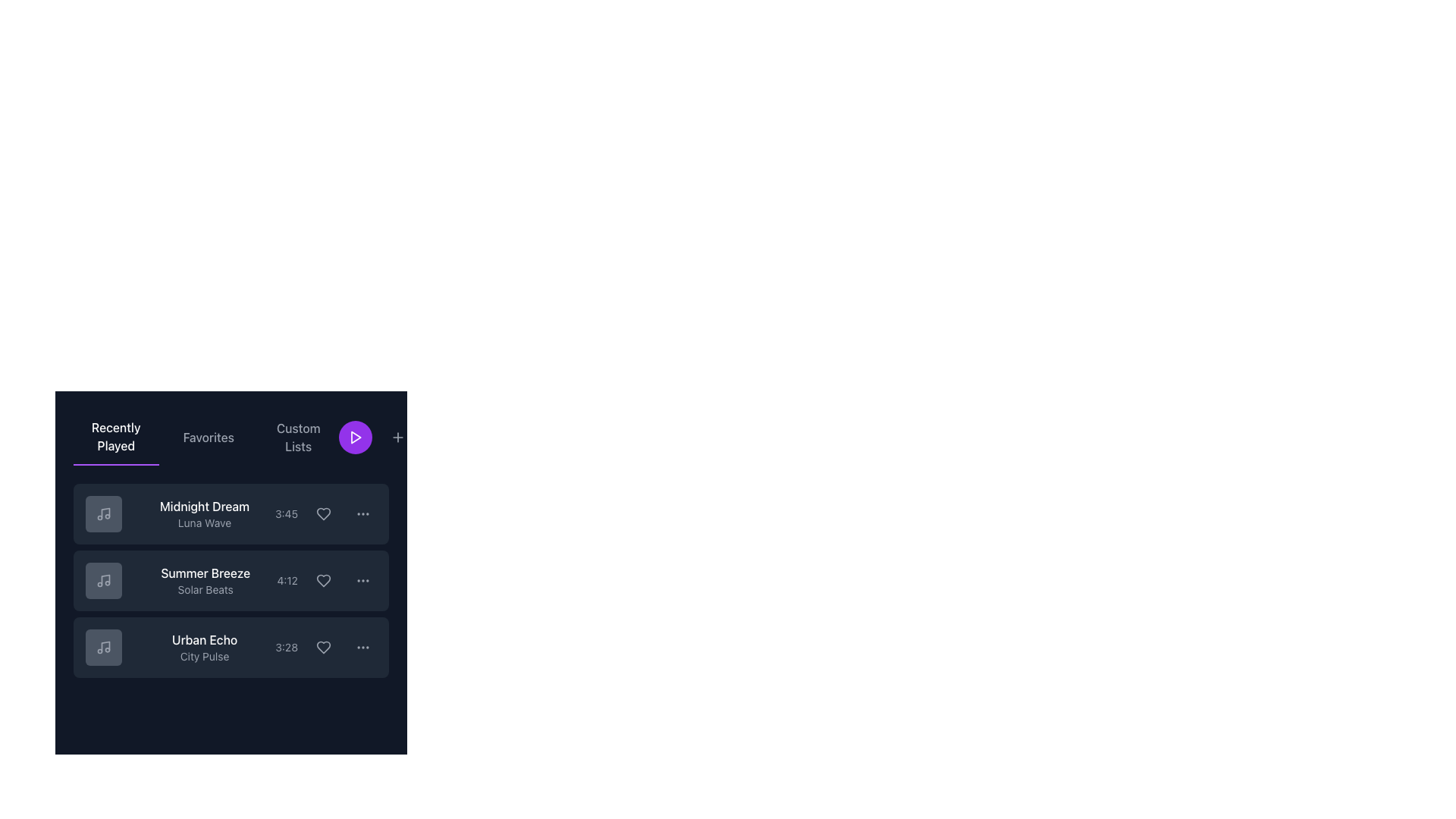 This screenshot has height=819, width=1456. What do you see at coordinates (362, 647) in the screenshot?
I see `the circular button with three gray dots (ellipsis) inside, located to the far right of the 'Urban Echo' list item` at bounding box center [362, 647].